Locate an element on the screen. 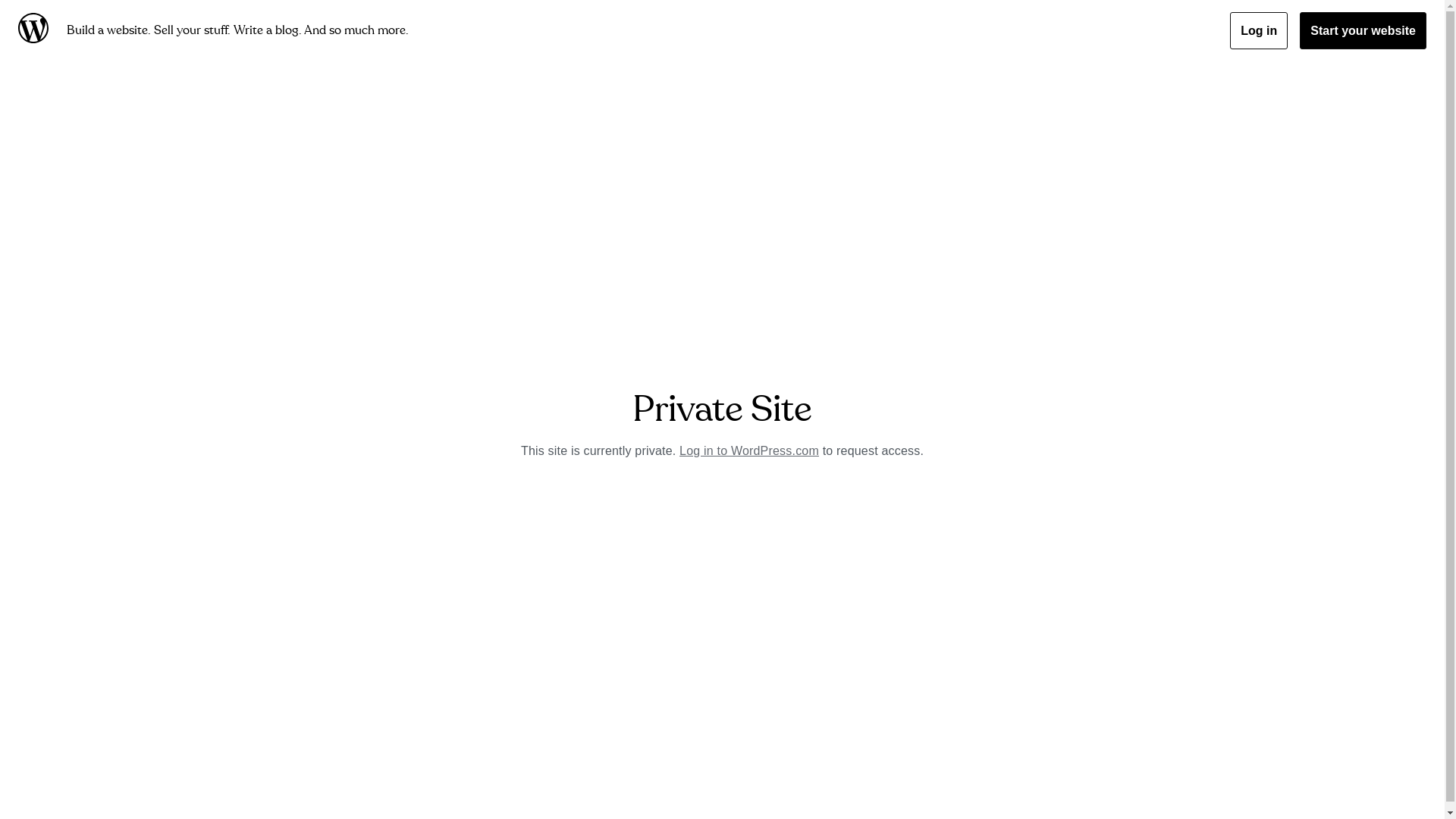  'Log in to WordPress.com' is located at coordinates (749, 450).